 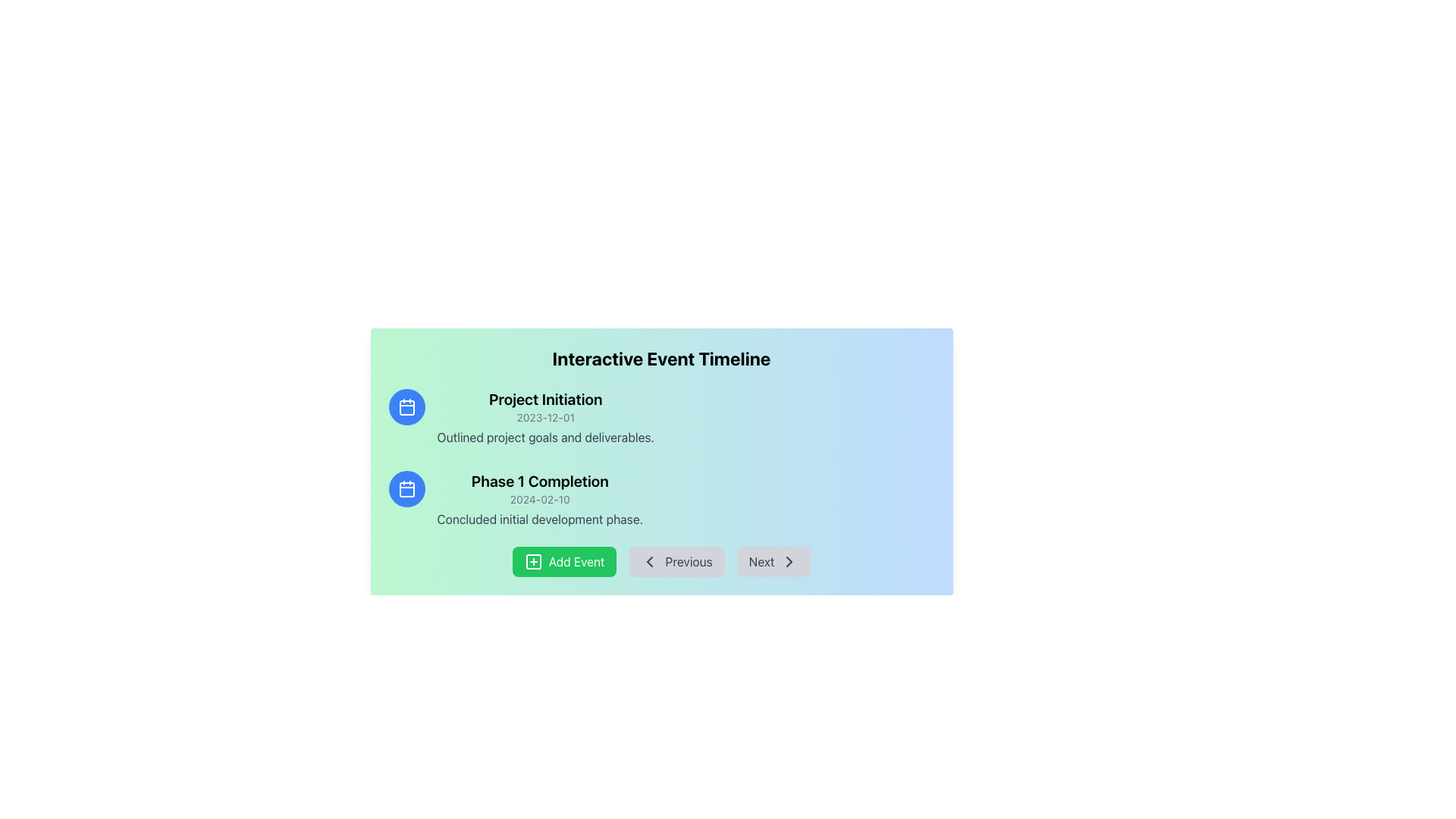 I want to click on the first calendar-like icon with a blue background in the 'Project Initiation' section, so click(x=406, y=406).